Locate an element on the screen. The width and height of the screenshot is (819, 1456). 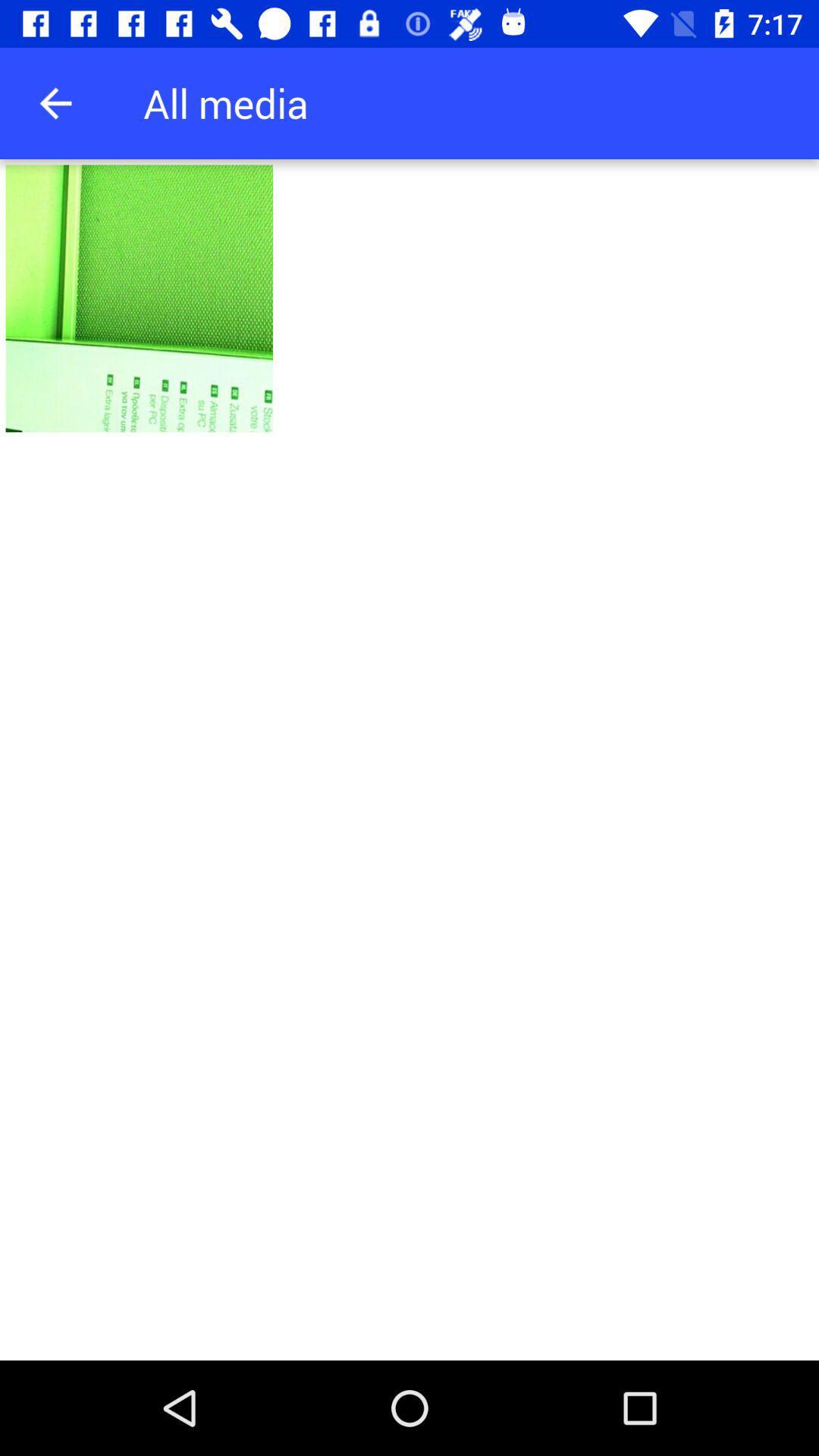
the item to the left of all media is located at coordinates (55, 102).